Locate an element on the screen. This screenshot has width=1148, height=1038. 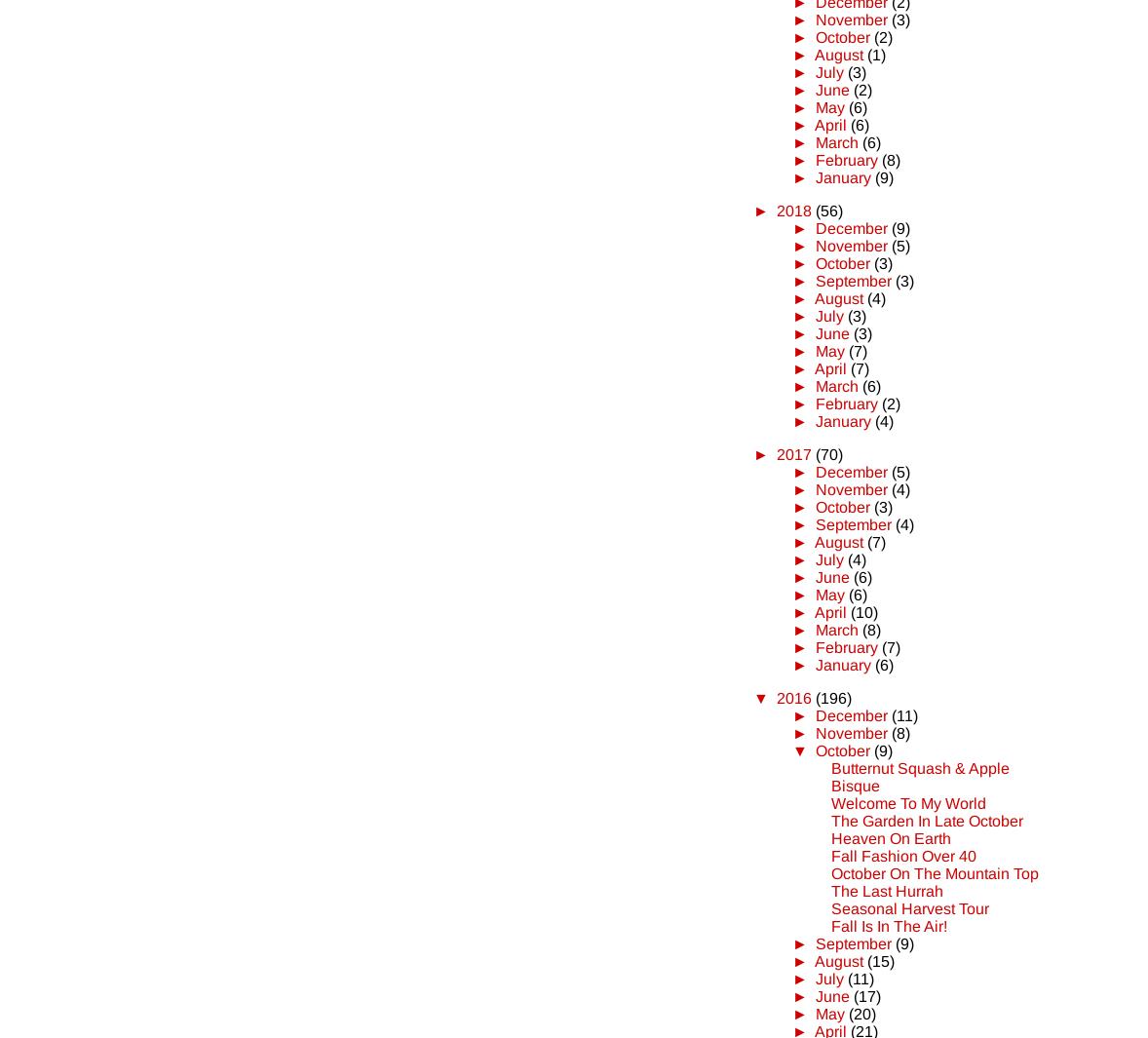
'Heaven On Earth' is located at coordinates (891, 837).